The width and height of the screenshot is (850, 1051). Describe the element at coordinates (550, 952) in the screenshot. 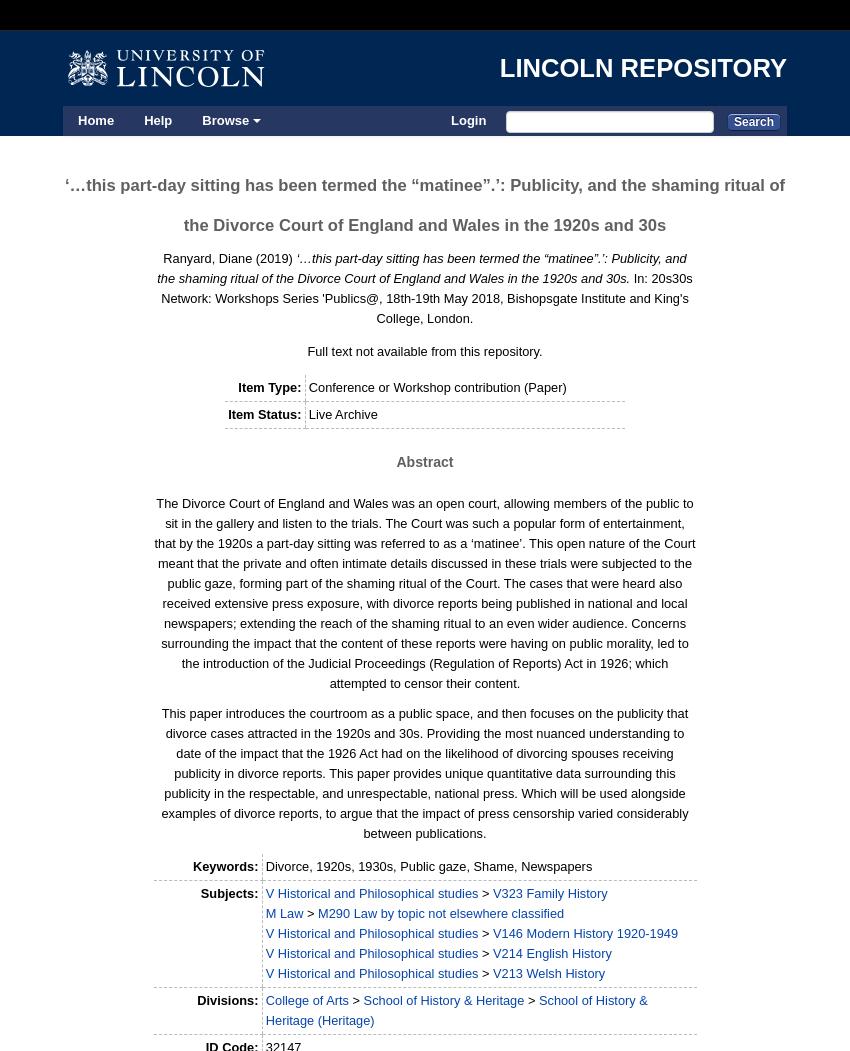

I see `'V214 English History'` at that location.